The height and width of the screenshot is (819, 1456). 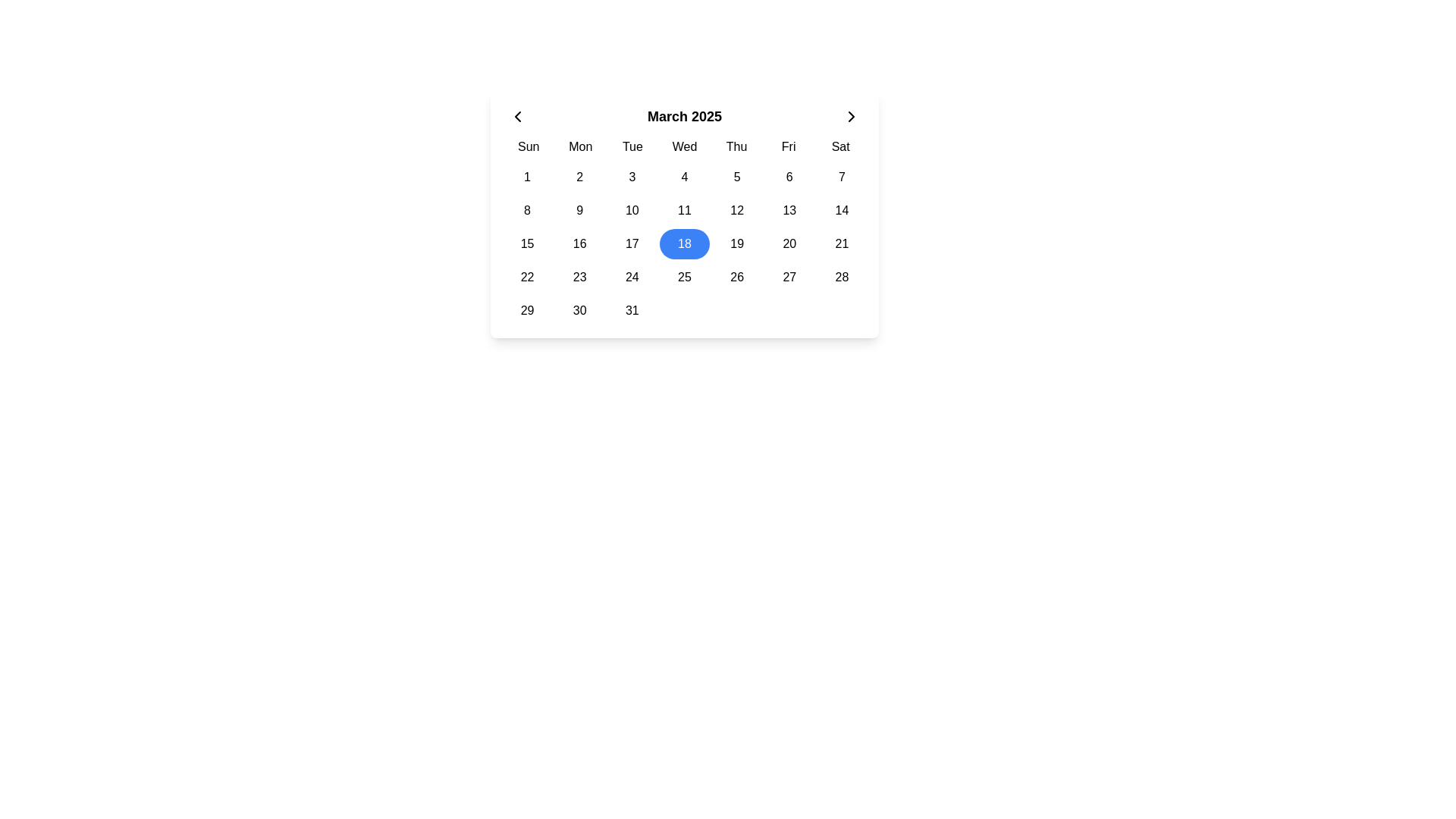 What do you see at coordinates (579, 309) in the screenshot?
I see `the button representing the date '30' in the calendar` at bounding box center [579, 309].